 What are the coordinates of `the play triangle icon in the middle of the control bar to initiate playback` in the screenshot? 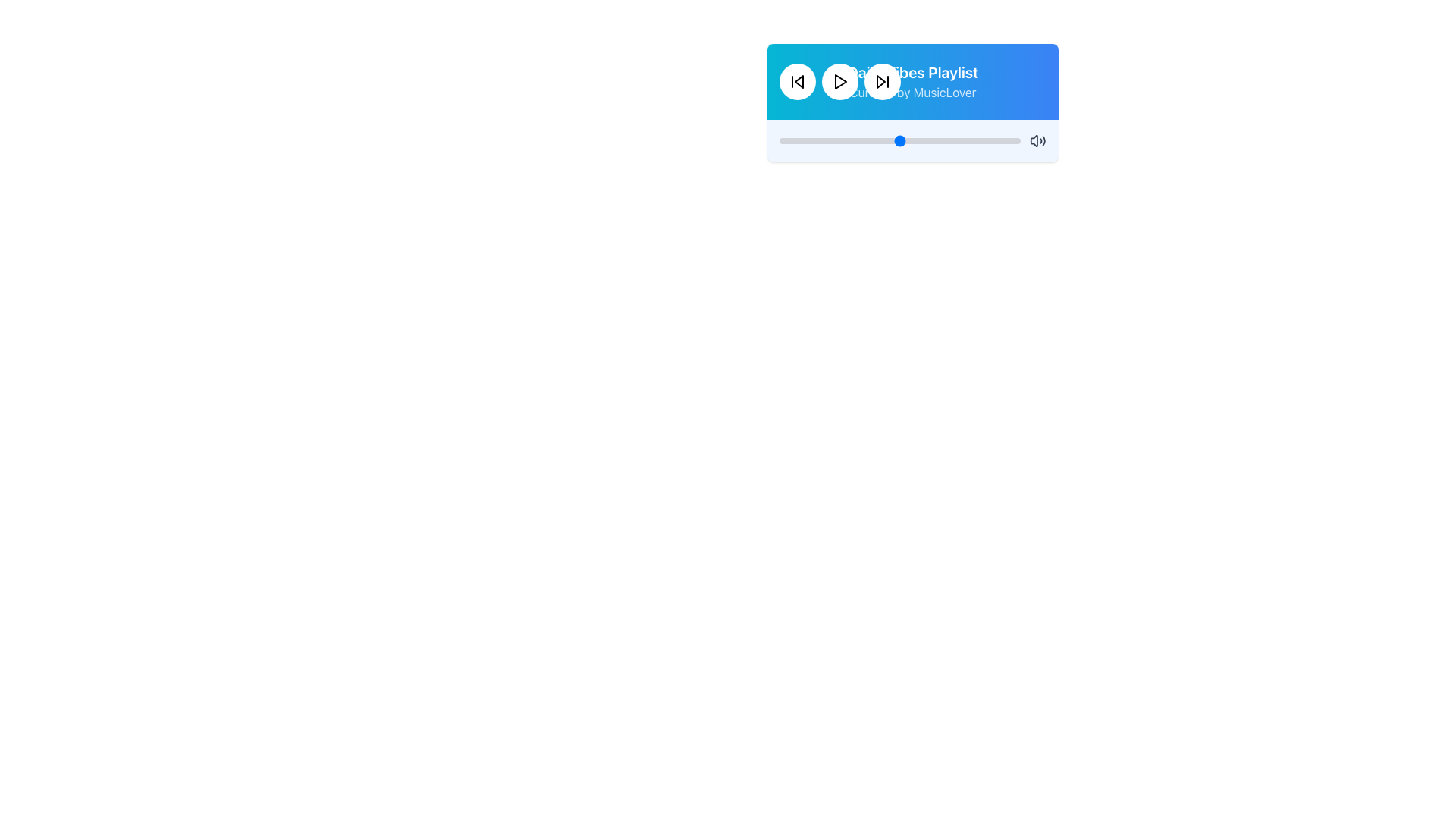 It's located at (839, 82).